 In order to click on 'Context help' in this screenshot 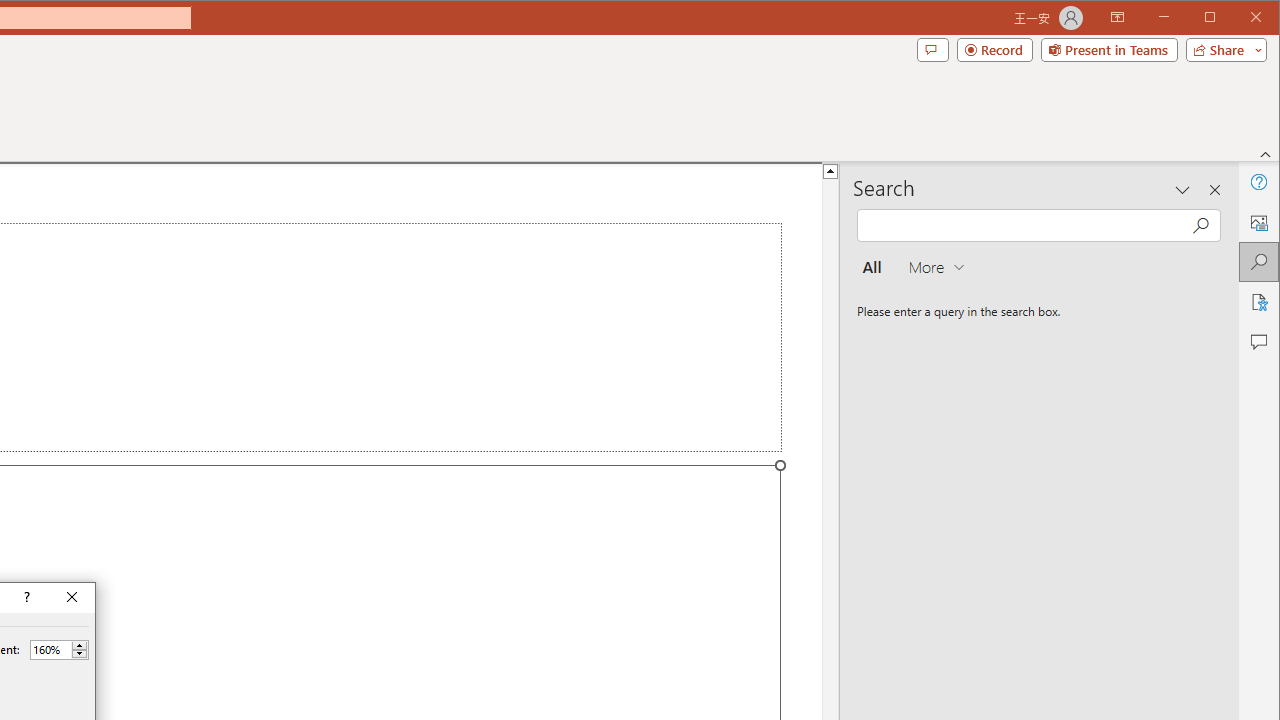, I will do `click(25, 596)`.